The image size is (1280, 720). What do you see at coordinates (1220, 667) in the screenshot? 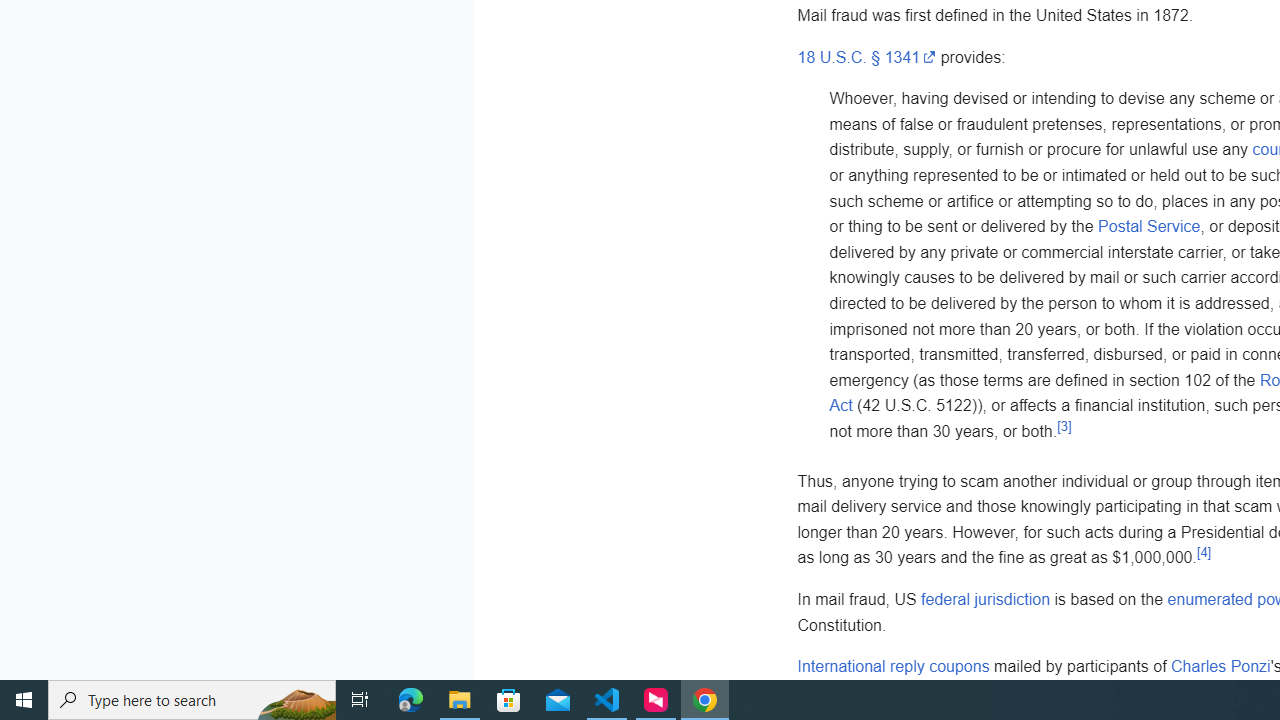
I see `'Charles Ponzi'` at bounding box center [1220, 667].